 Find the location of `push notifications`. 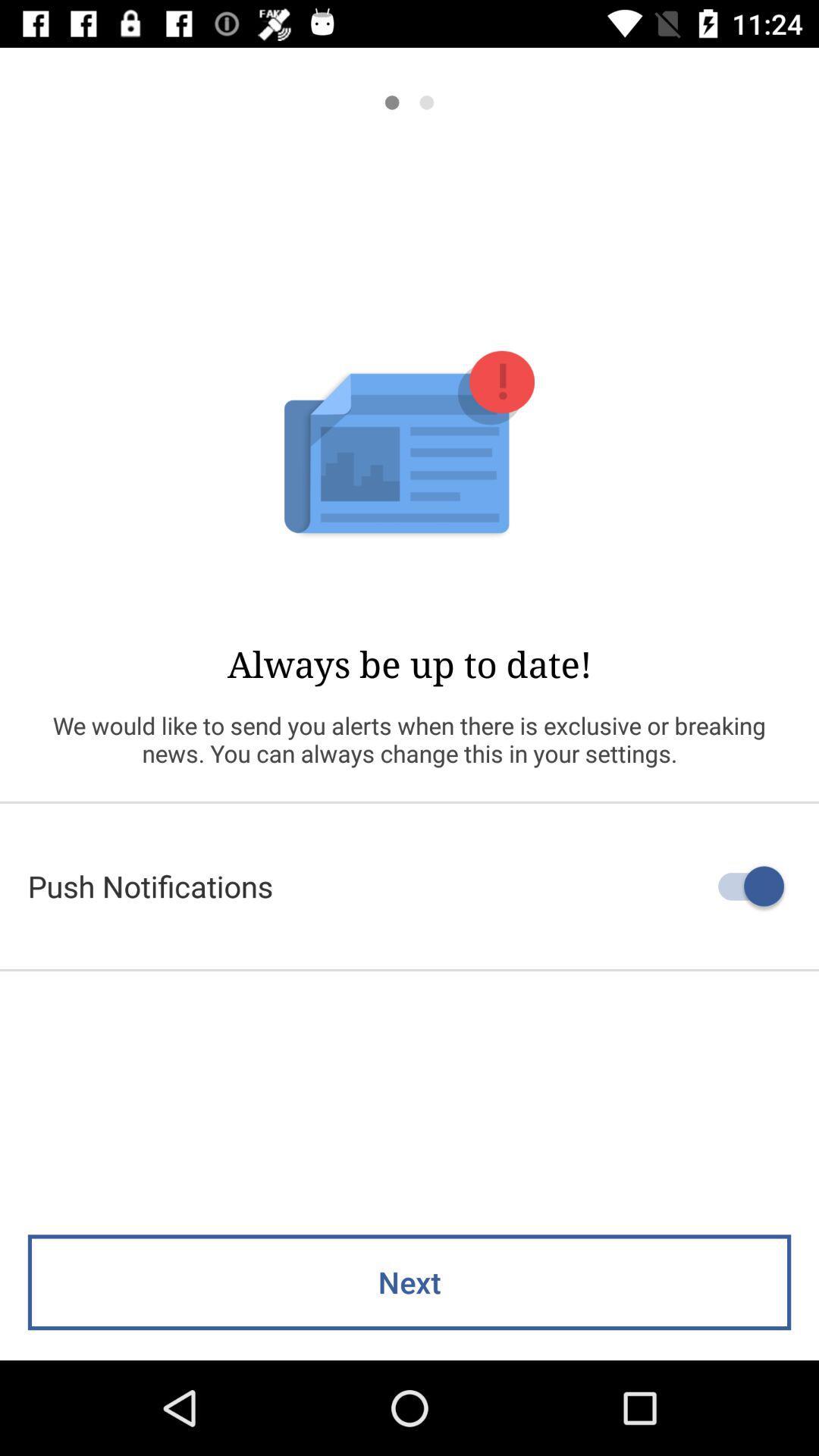

push notifications is located at coordinates (409, 886).